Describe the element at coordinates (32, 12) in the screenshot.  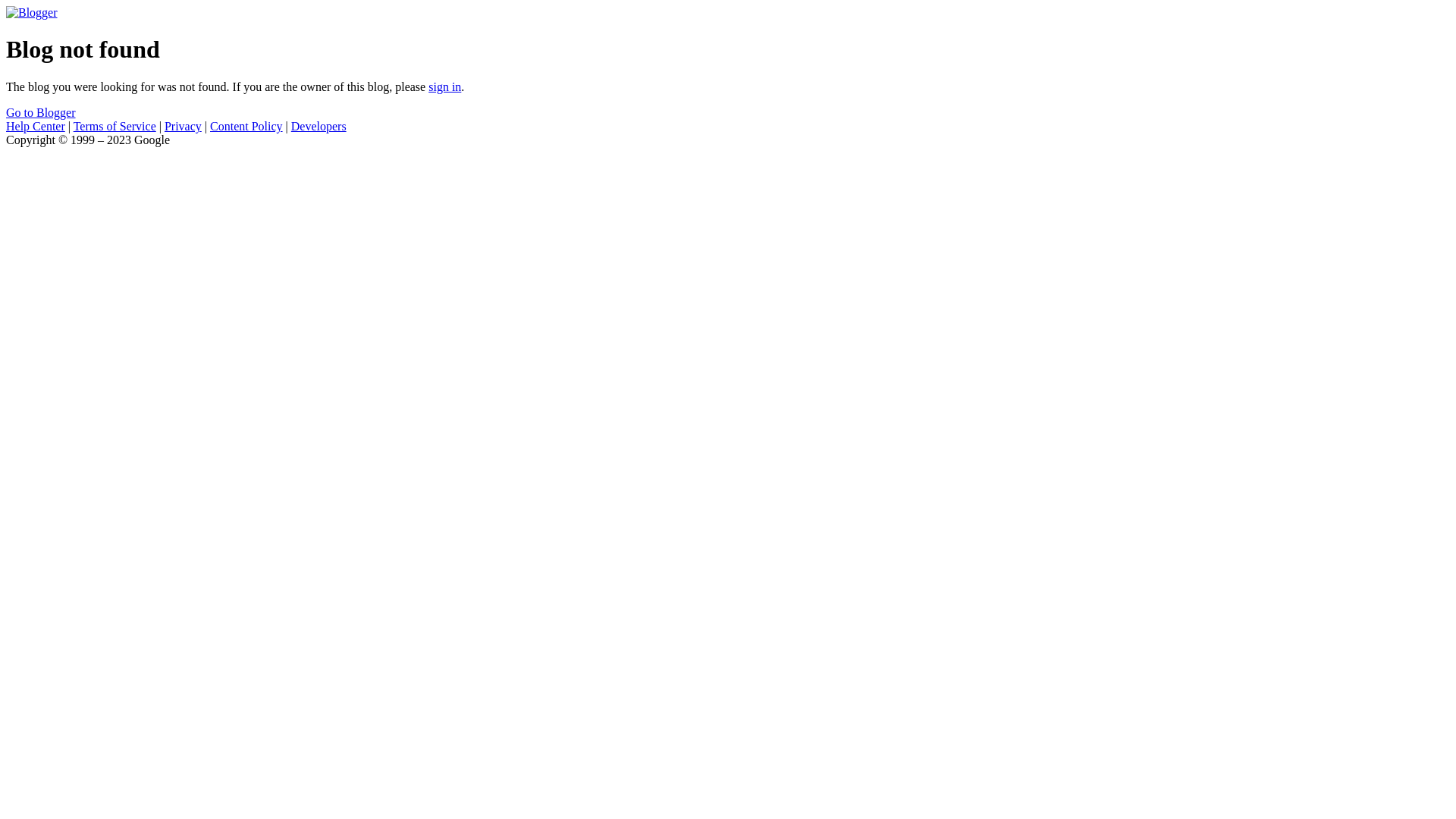
I see `'Blogger home'` at that location.